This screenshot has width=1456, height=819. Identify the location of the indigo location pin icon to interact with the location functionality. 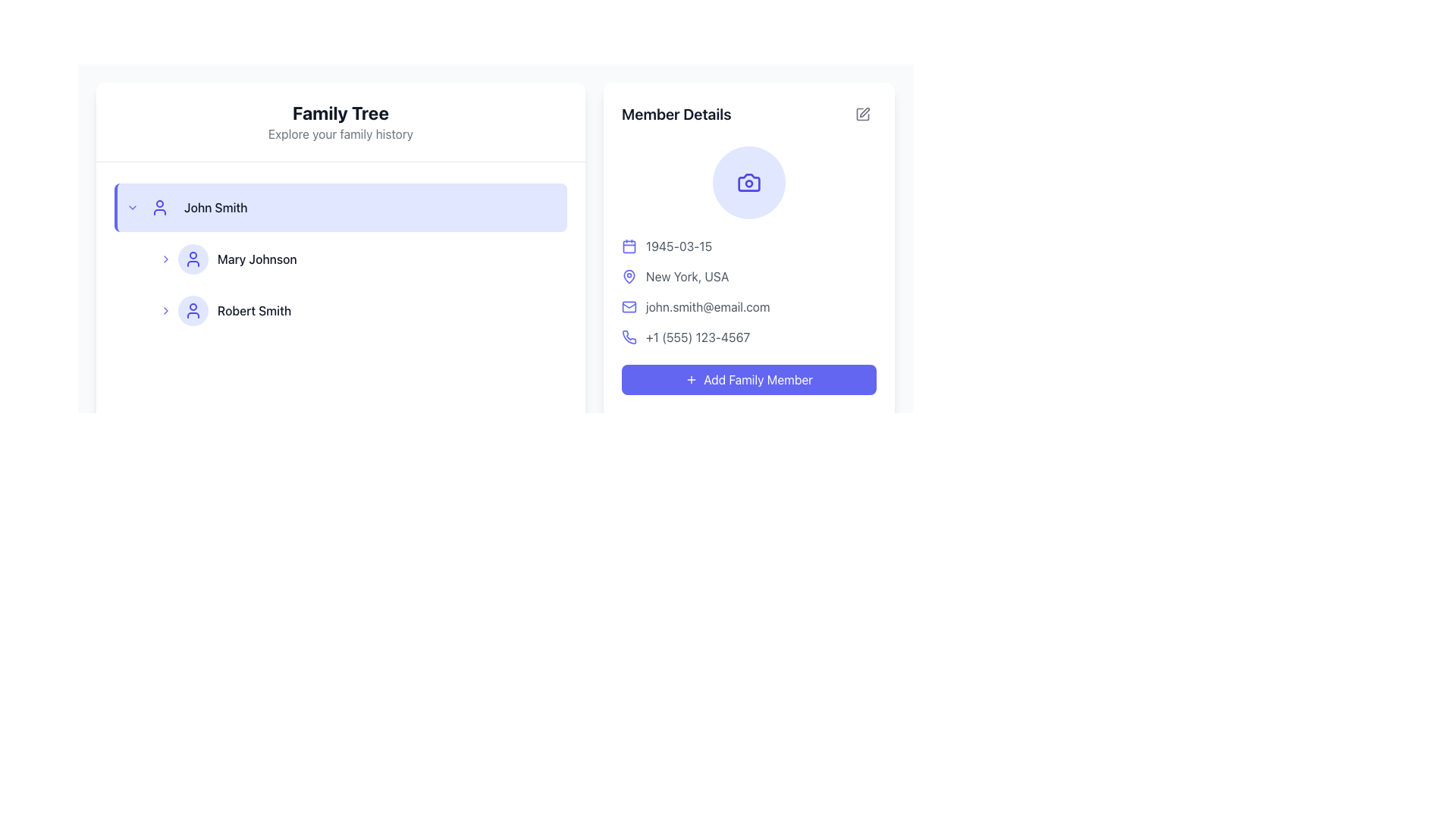
(629, 277).